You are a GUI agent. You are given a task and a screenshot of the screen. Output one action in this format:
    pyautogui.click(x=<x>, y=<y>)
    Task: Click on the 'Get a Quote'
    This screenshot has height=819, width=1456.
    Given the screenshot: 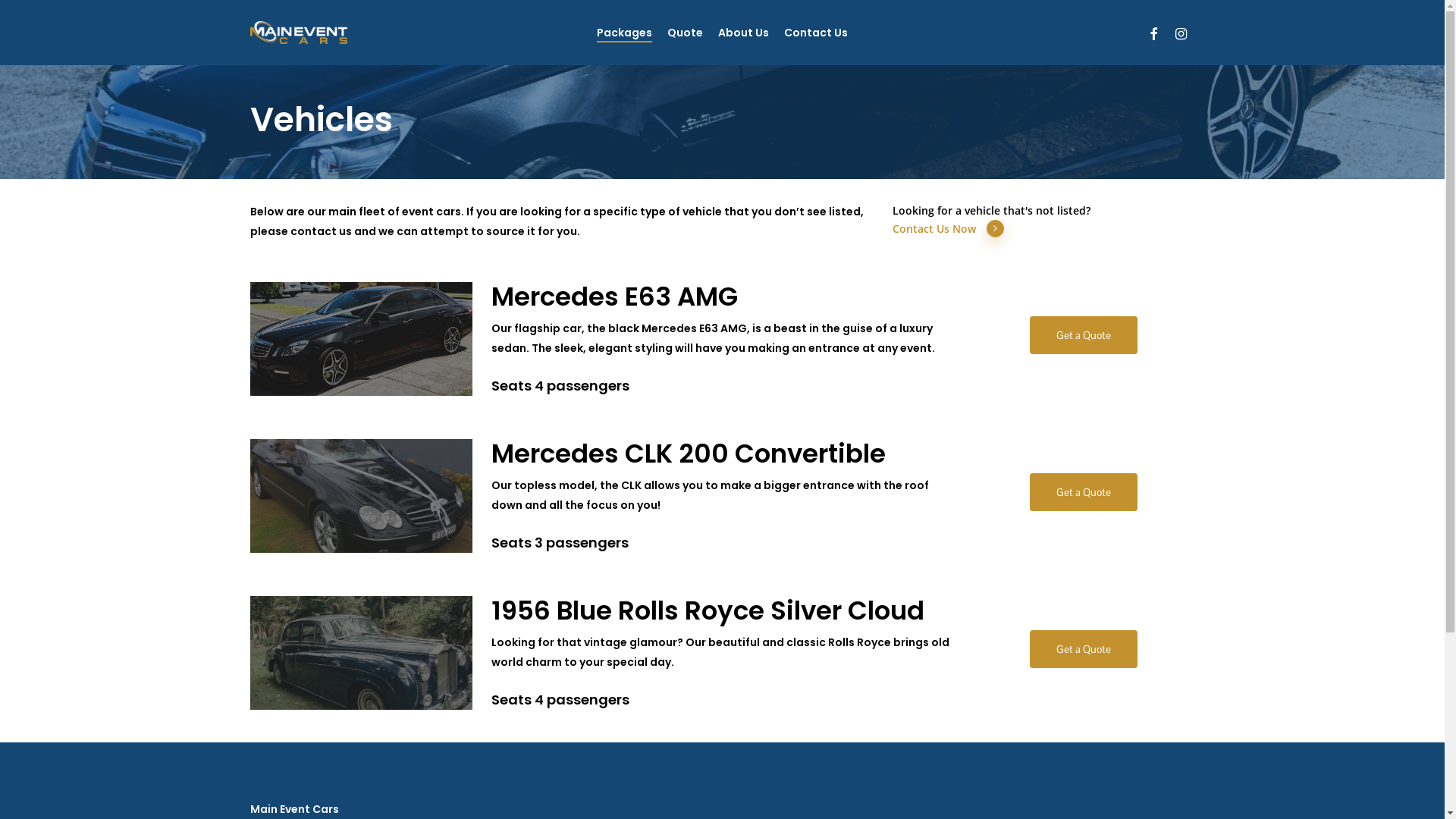 What is the action you would take?
    pyautogui.click(x=1030, y=648)
    